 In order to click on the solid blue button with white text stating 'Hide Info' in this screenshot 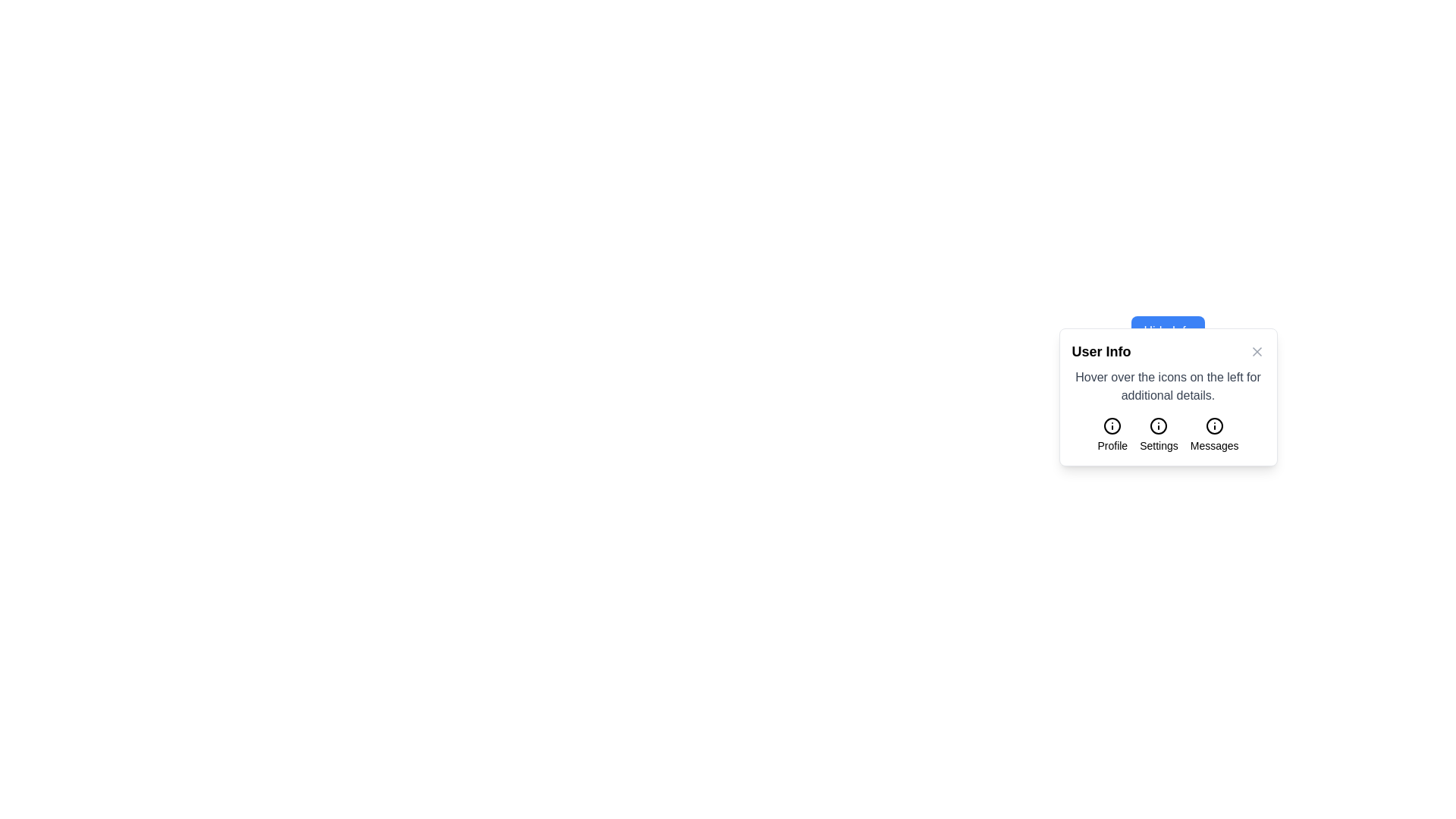, I will do `click(1167, 330)`.